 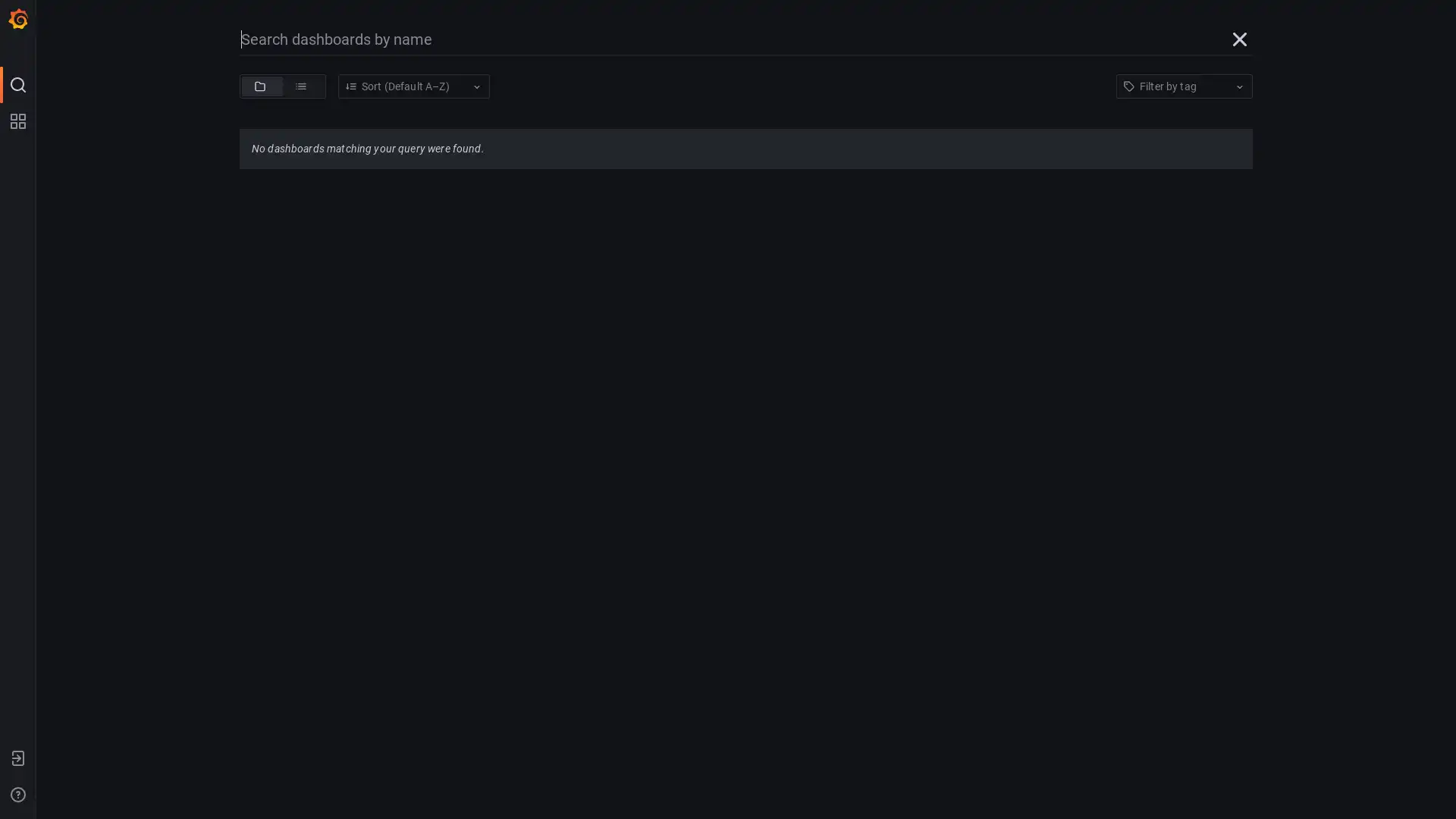 What do you see at coordinates (192, 24) in the screenshot?
I see `Share dashboard or panel` at bounding box center [192, 24].